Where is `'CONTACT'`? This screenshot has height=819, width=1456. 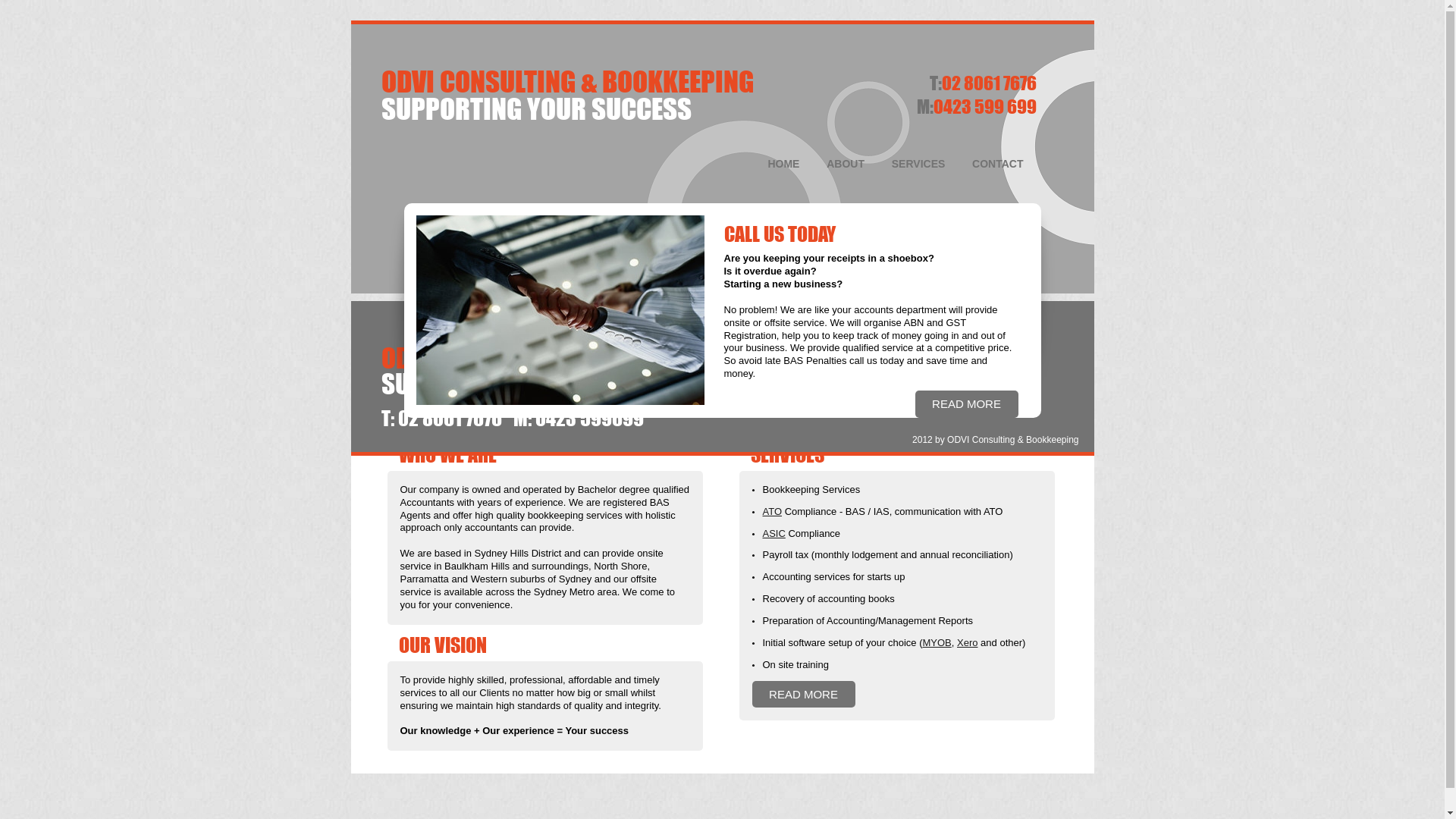 'CONTACT' is located at coordinates (997, 325).